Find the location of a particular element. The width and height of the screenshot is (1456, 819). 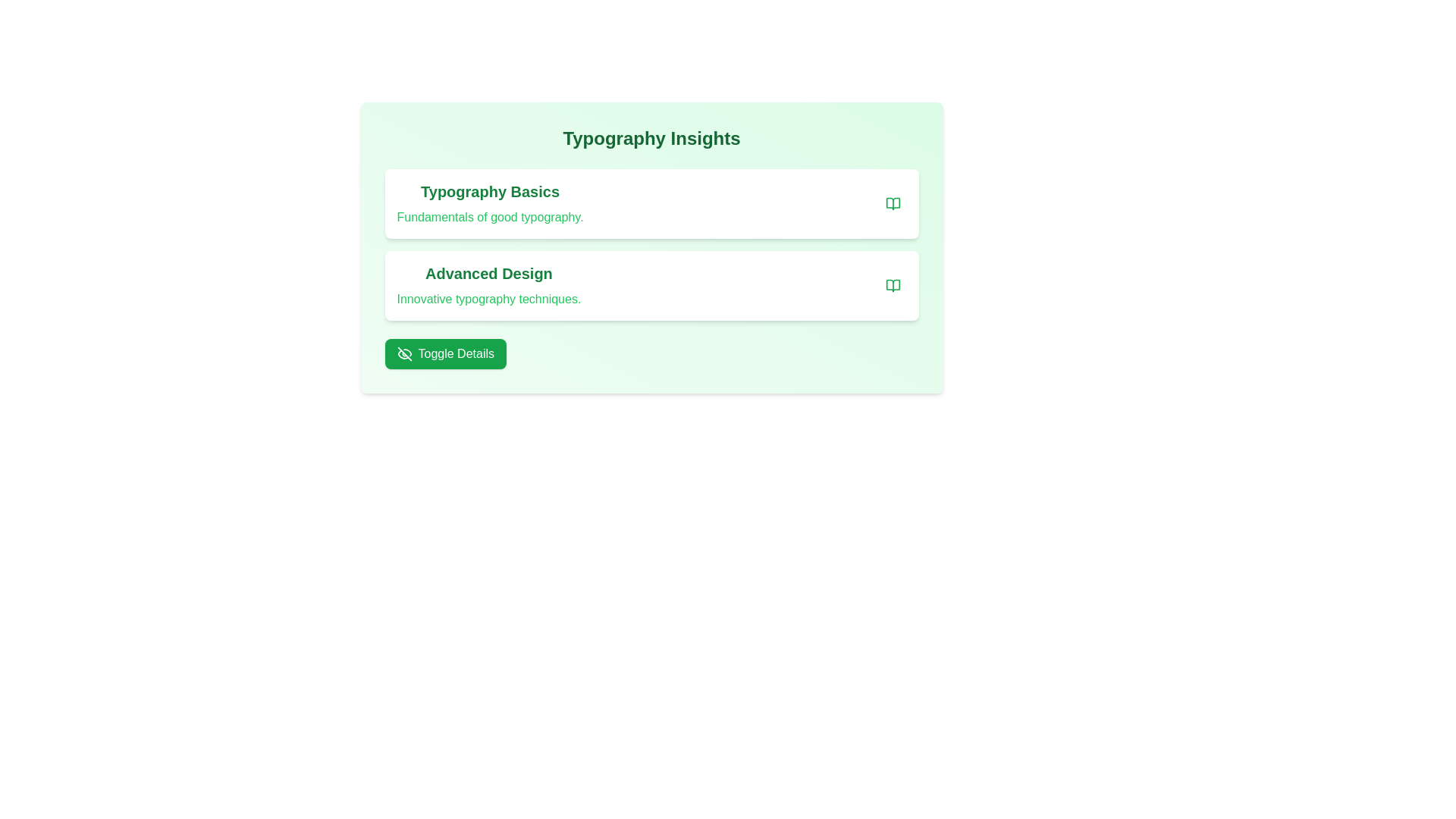

the 'Toggle Details' button located at the bottom center of the interface panel is located at coordinates (404, 353).